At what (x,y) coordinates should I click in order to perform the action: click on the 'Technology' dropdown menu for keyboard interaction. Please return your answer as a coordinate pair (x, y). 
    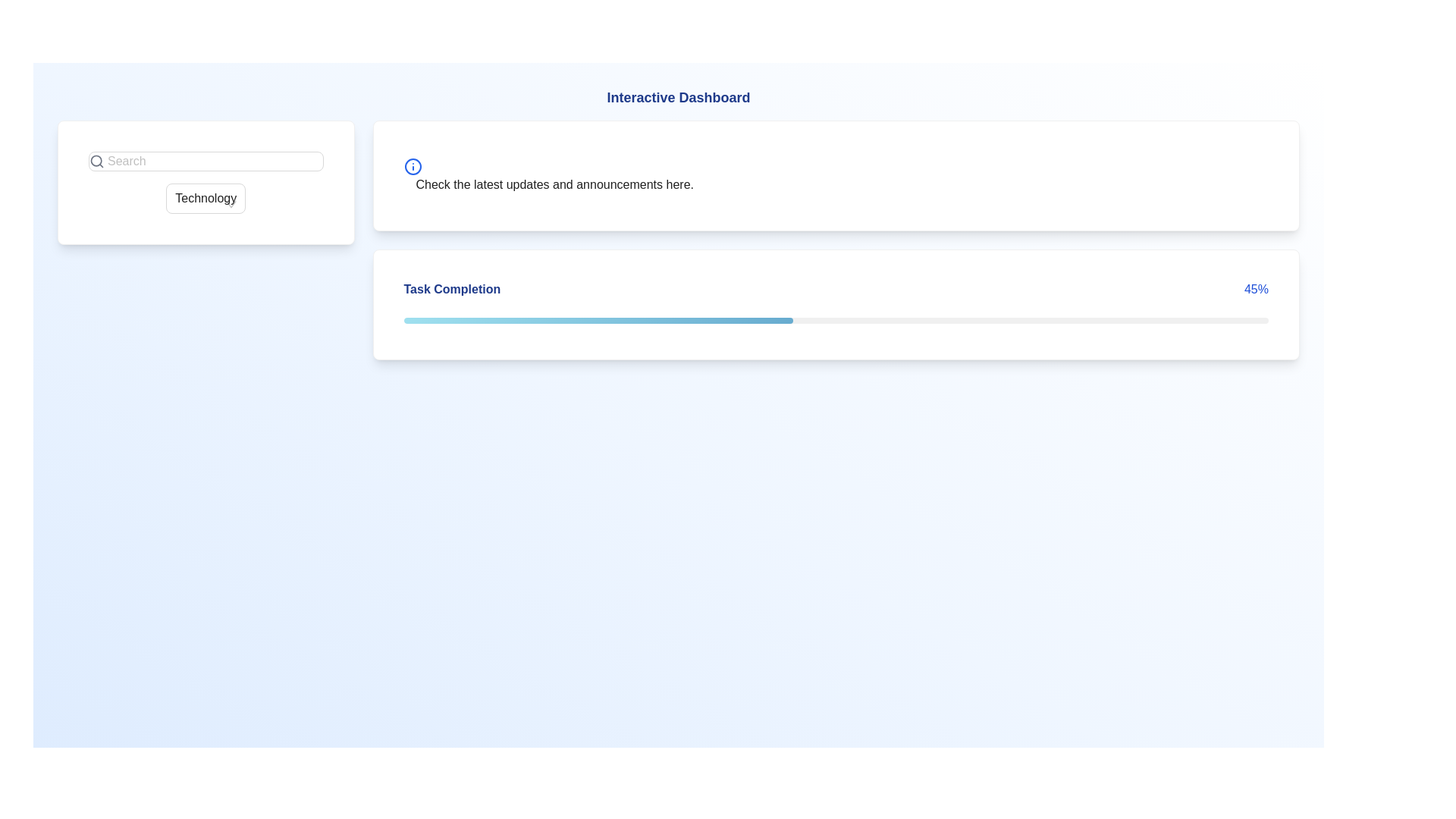
    Looking at the image, I should click on (204, 198).